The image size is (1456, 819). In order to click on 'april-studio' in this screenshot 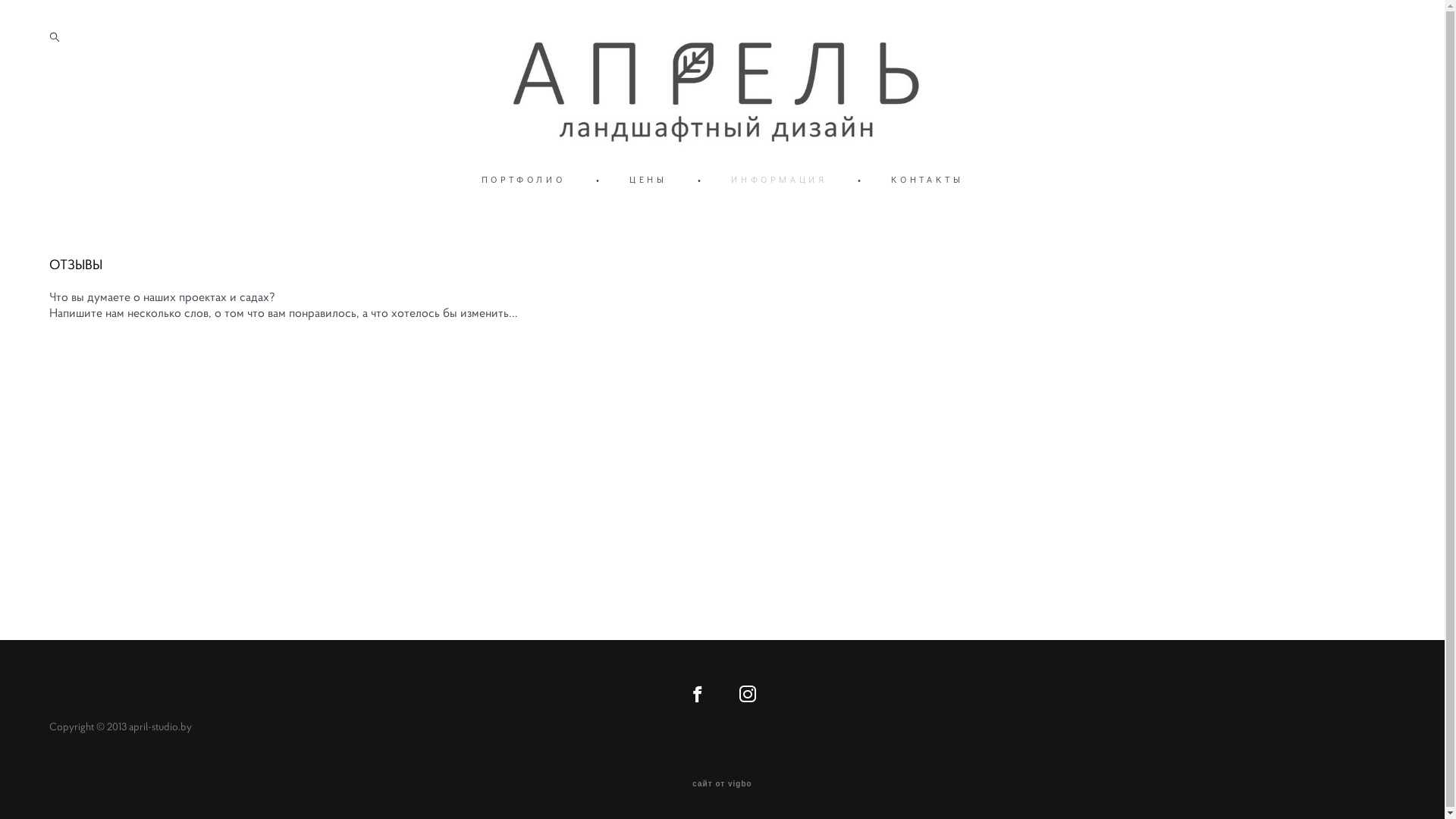, I will do `click(721, 89)`.